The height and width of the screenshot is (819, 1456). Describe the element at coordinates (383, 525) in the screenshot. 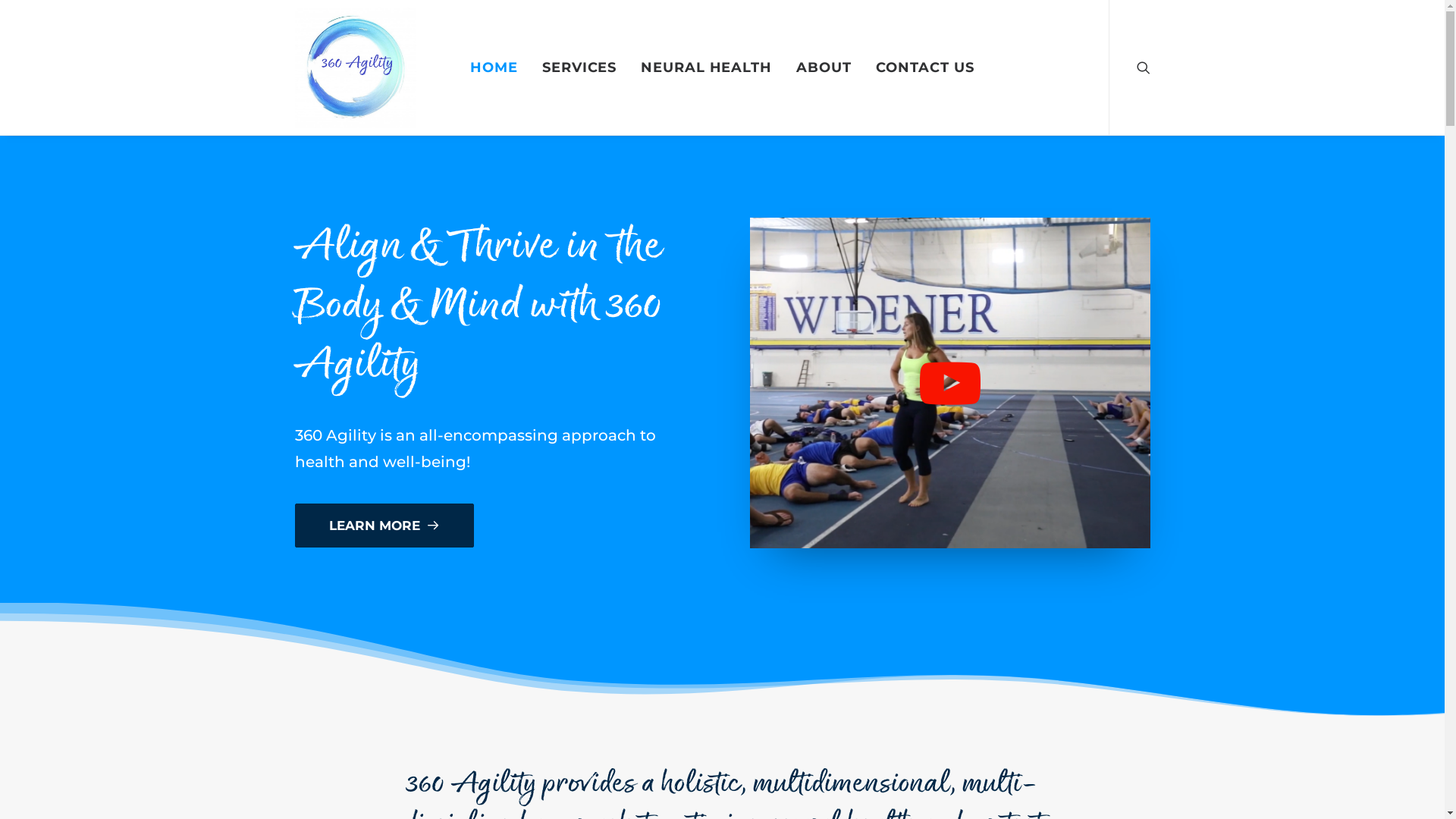

I see `'LEARN MORE'` at that location.